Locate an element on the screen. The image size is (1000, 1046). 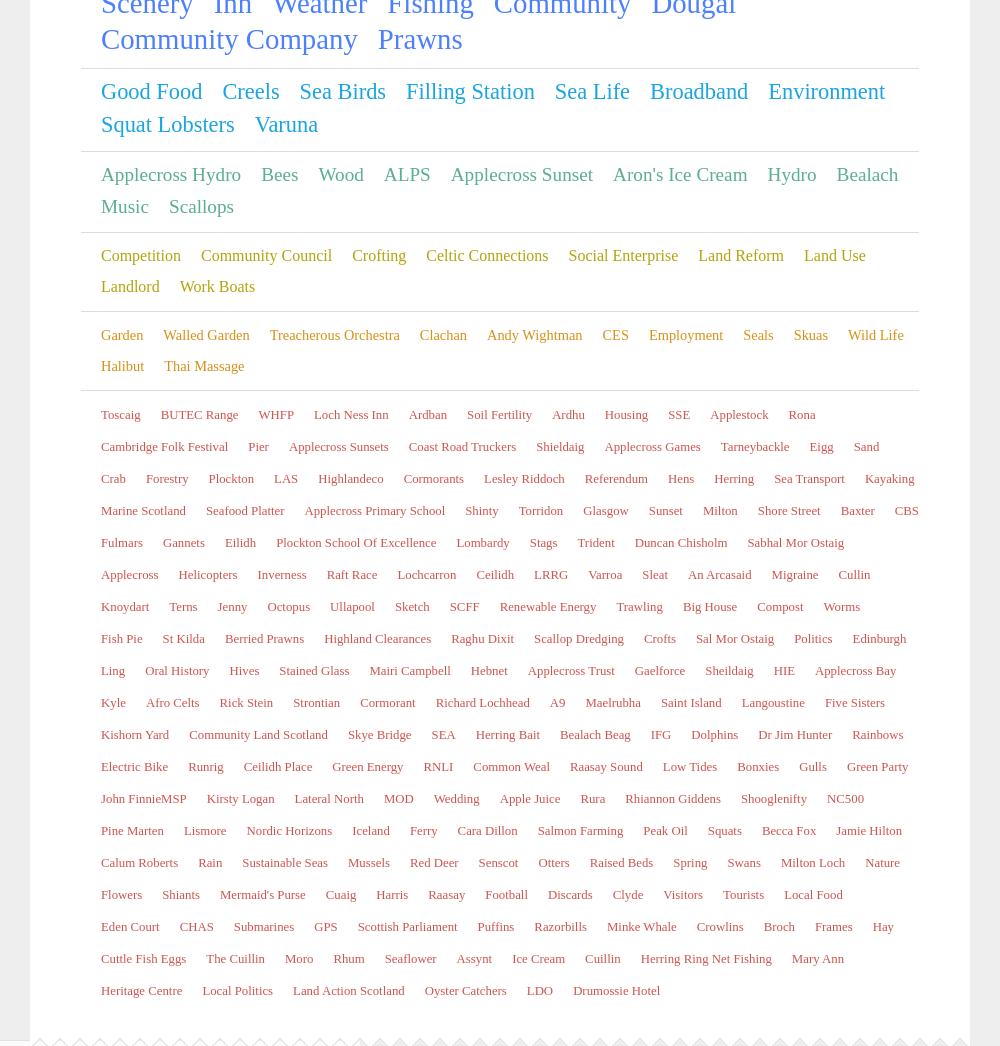
'Hydro' is located at coordinates (559, 997).